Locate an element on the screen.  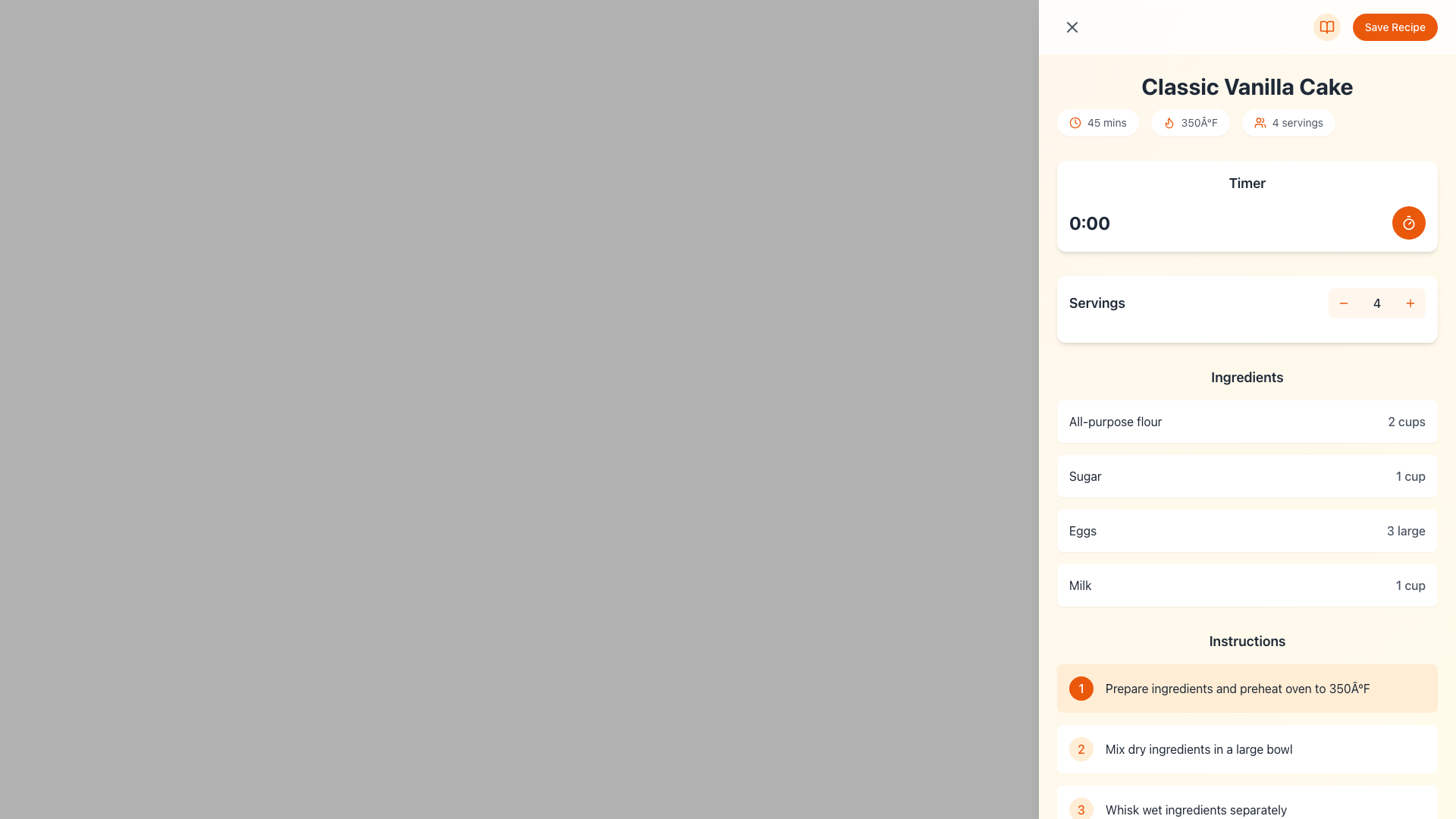
the text label that serves as a timer section indicator, positioned above the '0:00' text display is located at coordinates (1247, 183).